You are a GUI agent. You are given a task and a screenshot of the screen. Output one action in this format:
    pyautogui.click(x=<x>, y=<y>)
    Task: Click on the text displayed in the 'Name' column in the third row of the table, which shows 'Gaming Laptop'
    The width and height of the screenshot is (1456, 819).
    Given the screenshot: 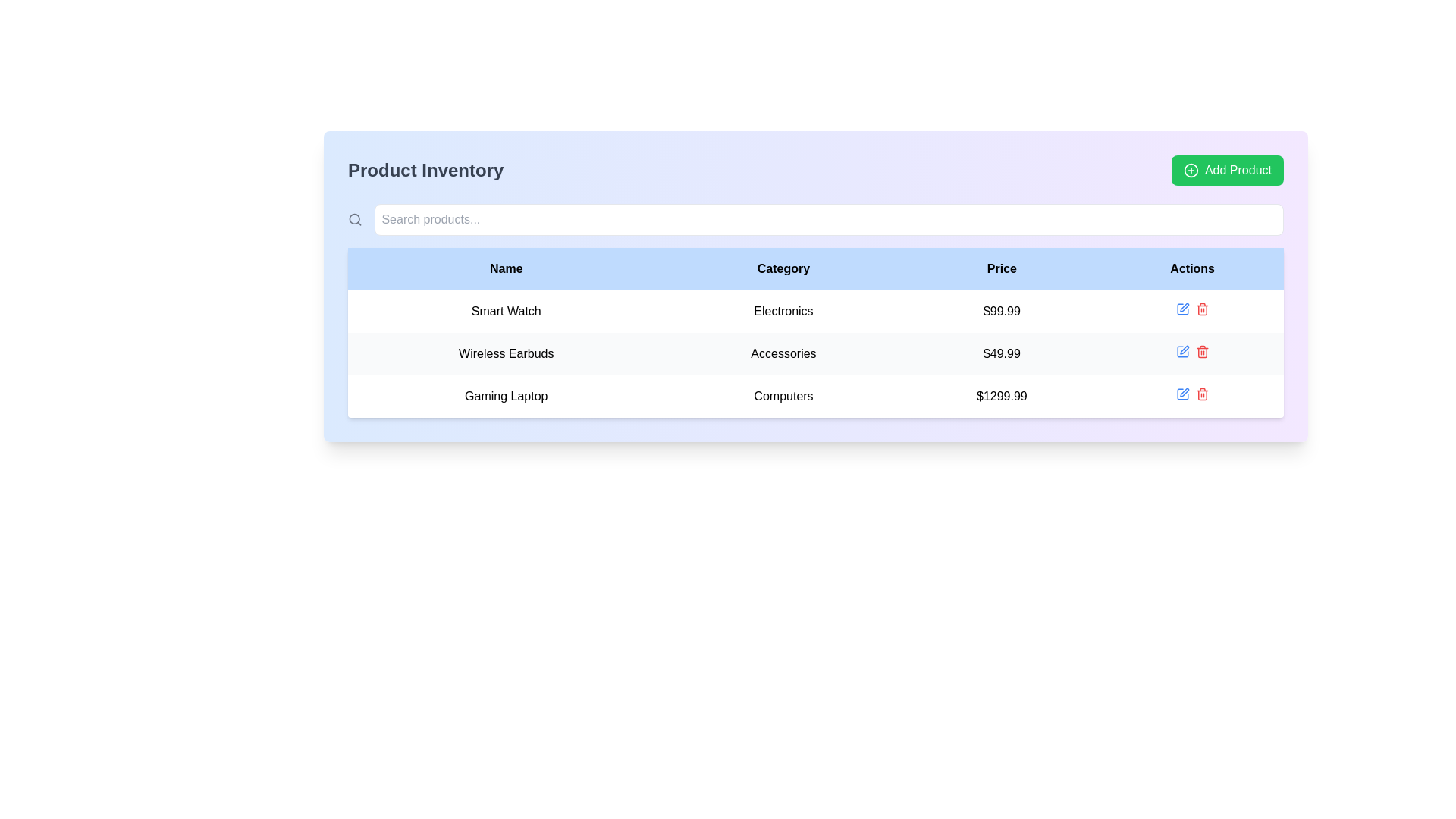 What is the action you would take?
    pyautogui.click(x=506, y=396)
    